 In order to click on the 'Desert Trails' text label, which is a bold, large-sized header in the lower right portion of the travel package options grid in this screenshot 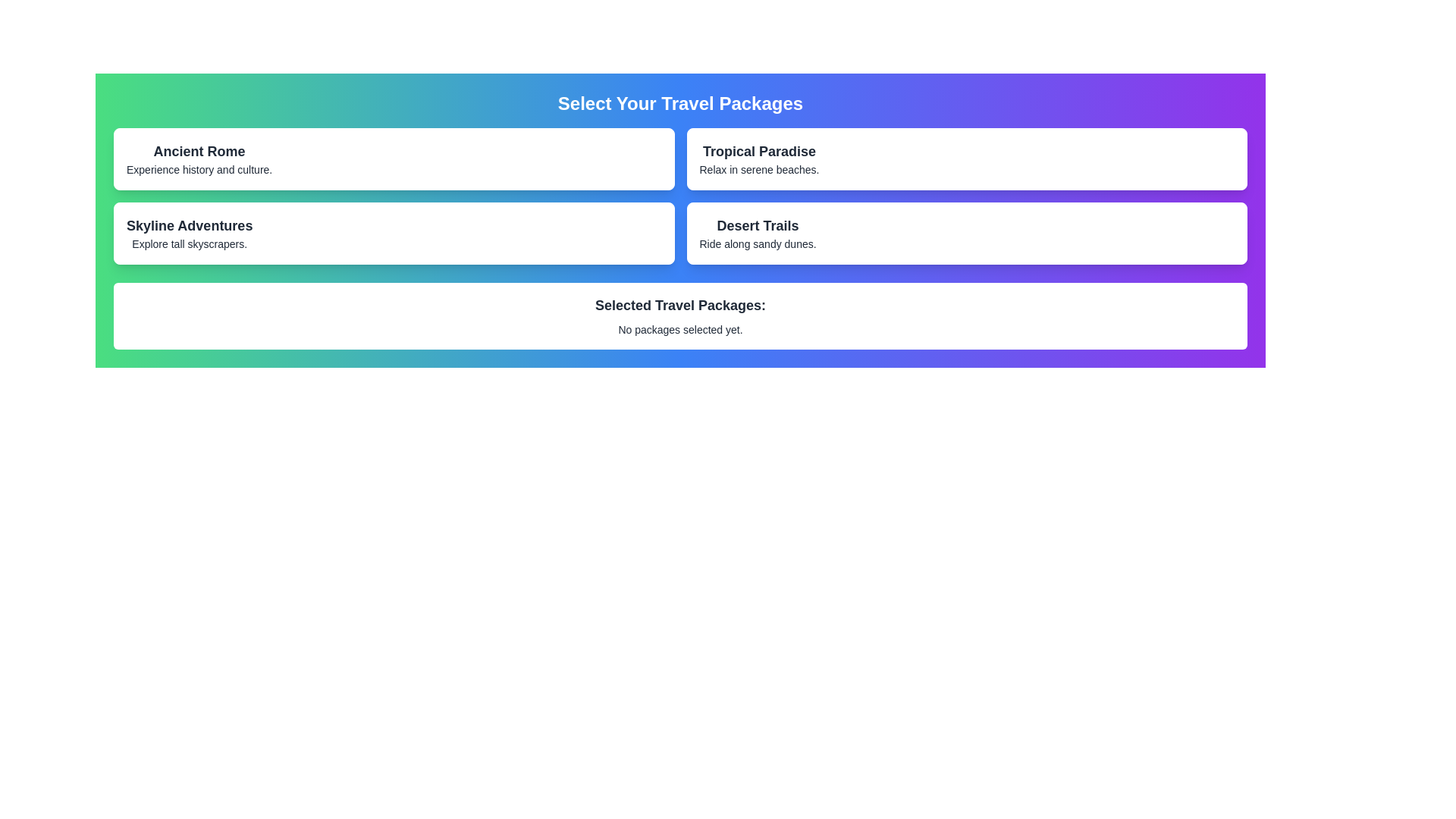, I will do `click(758, 225)`.